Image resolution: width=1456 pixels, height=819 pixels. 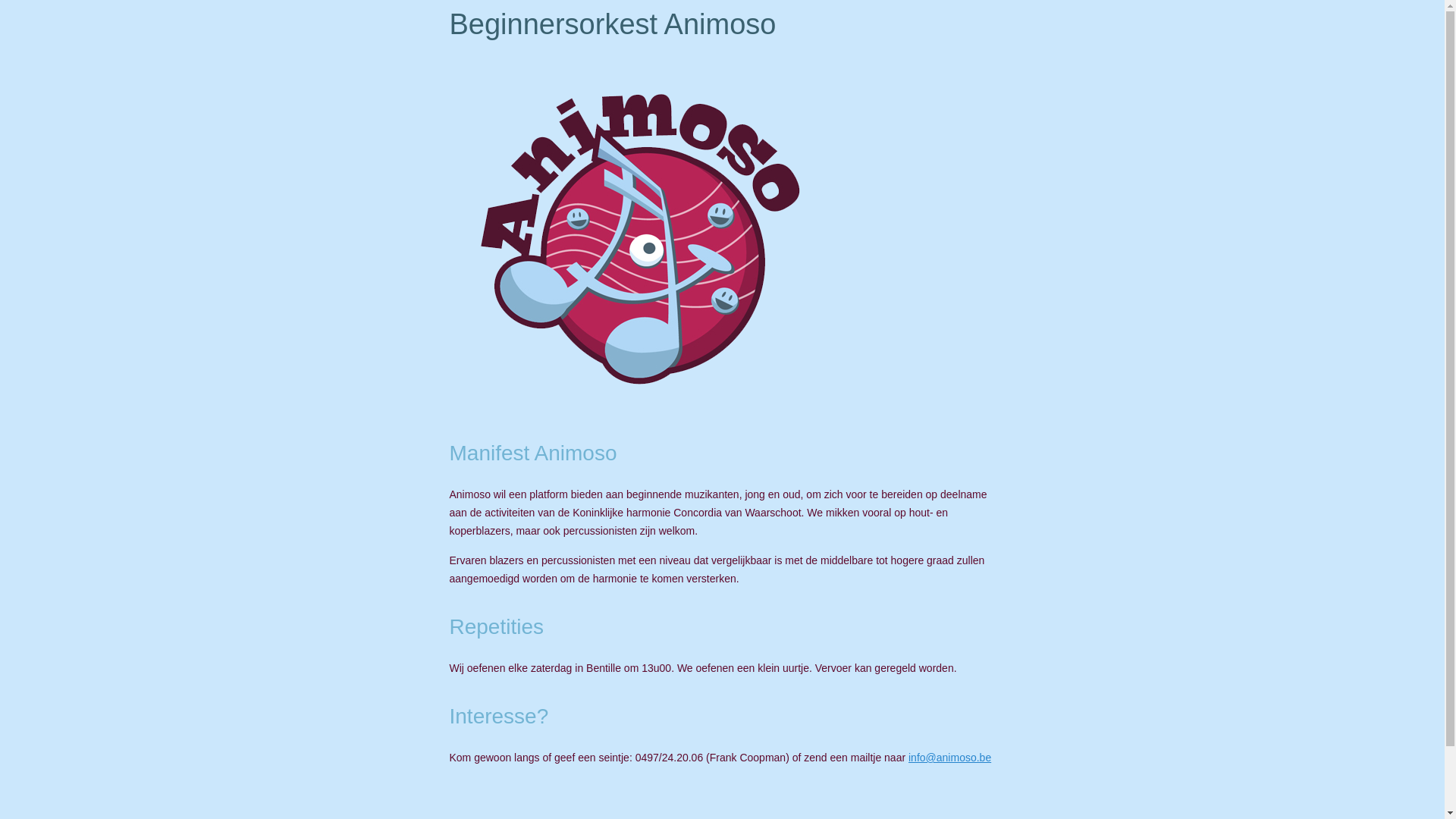 I want to click on 'info@animoso.be', so click(x=949, y=758).